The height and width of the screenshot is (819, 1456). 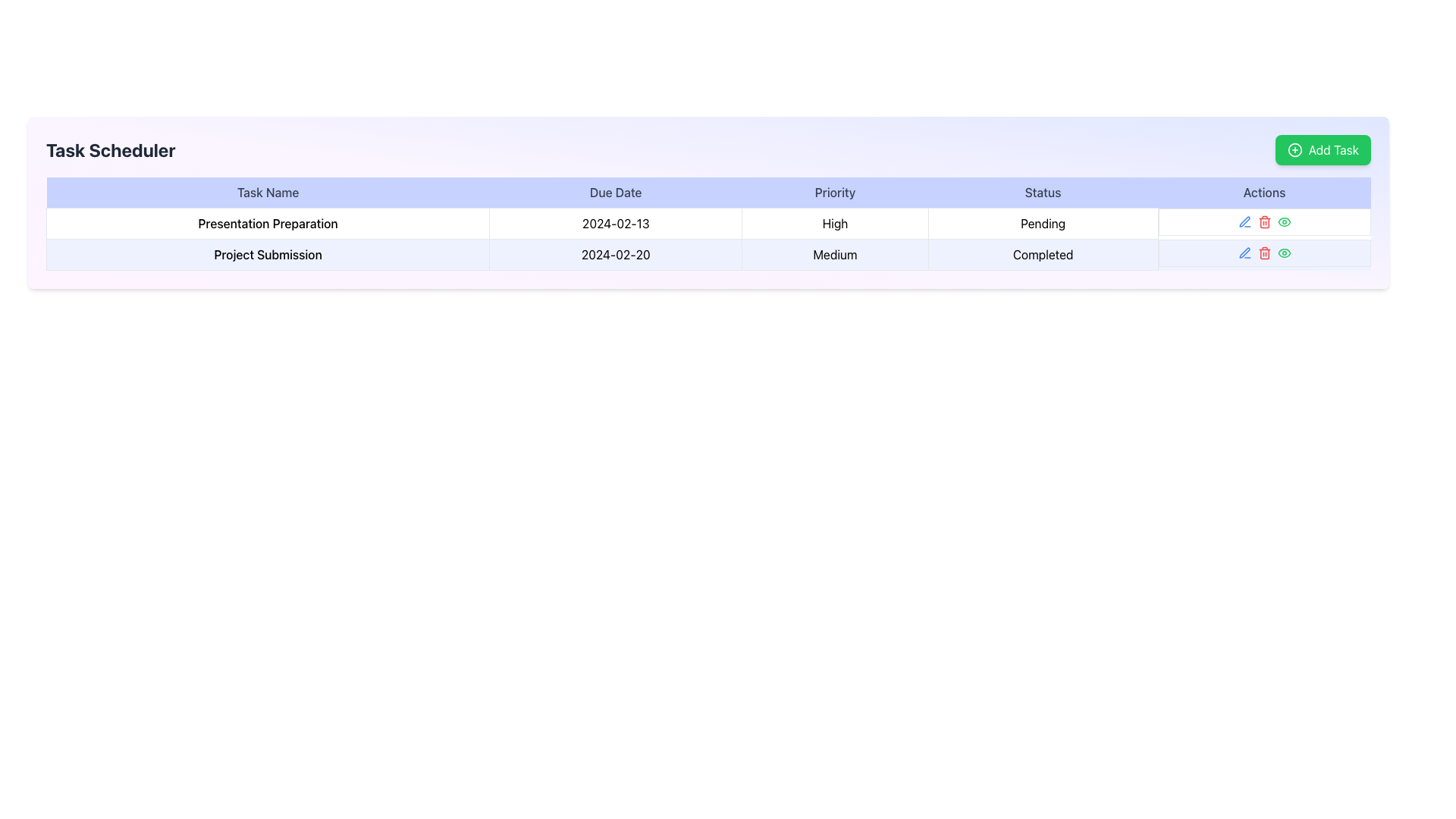 I want to click on the 'Add Task' button located in the top-right corner of the 'Task Scheduler' header, so click(x=1322, y=149).